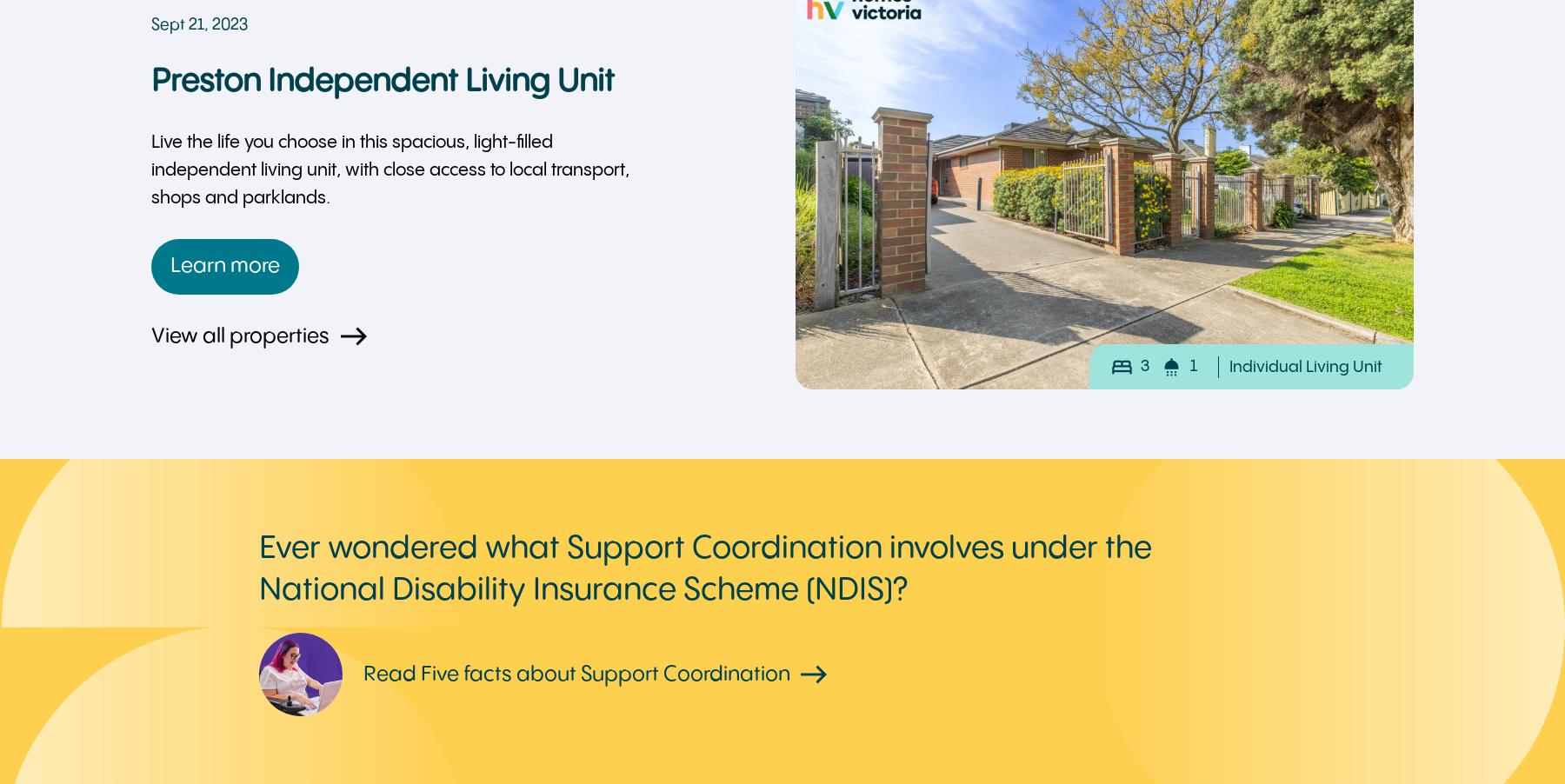 This screenshot has height=784, width=1565. Describe the element at coordinates (1145, 366) in the screenshot. I see `'3'` at that location.